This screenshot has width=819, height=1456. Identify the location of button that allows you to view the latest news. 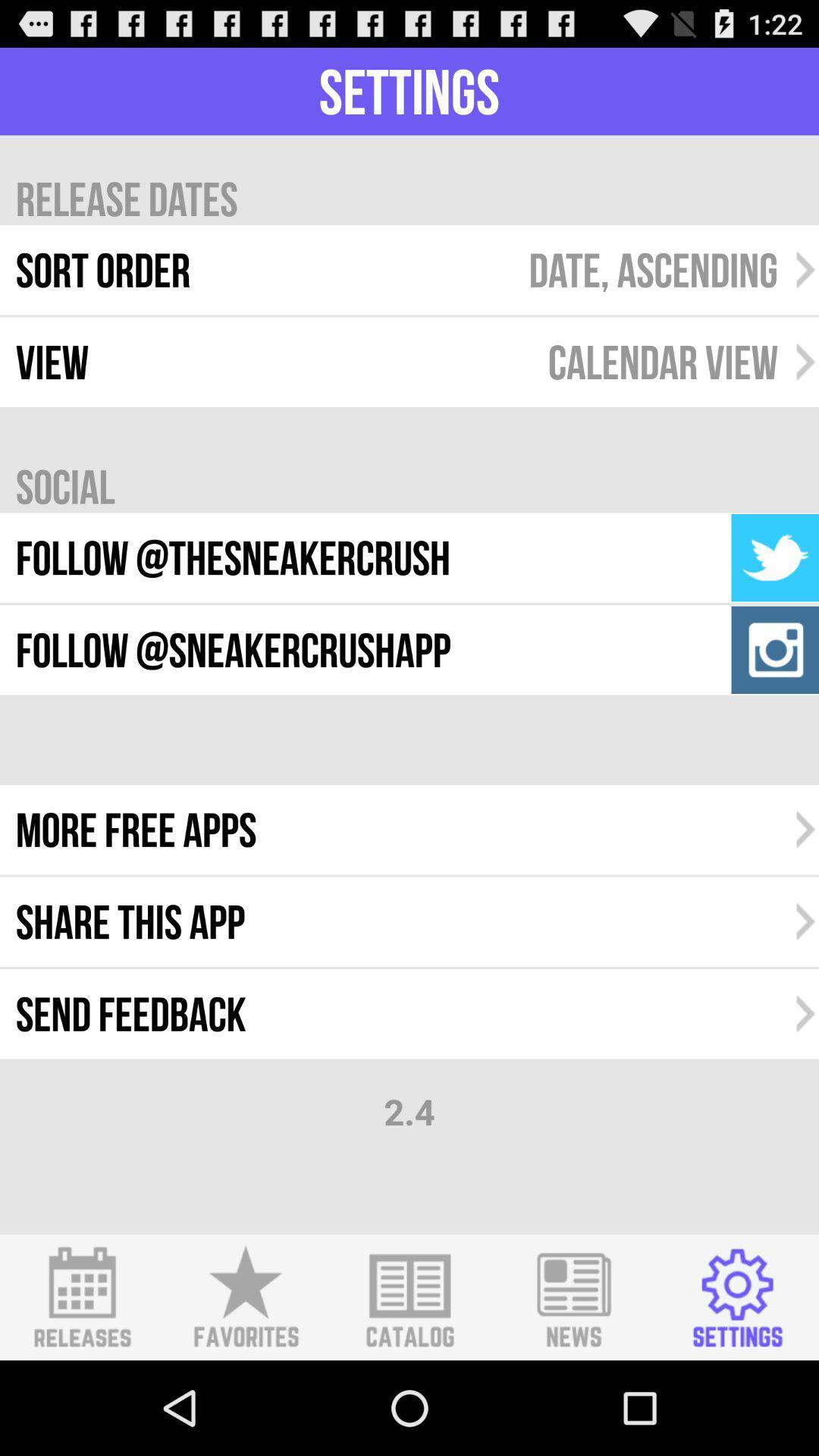
(573, 1297).